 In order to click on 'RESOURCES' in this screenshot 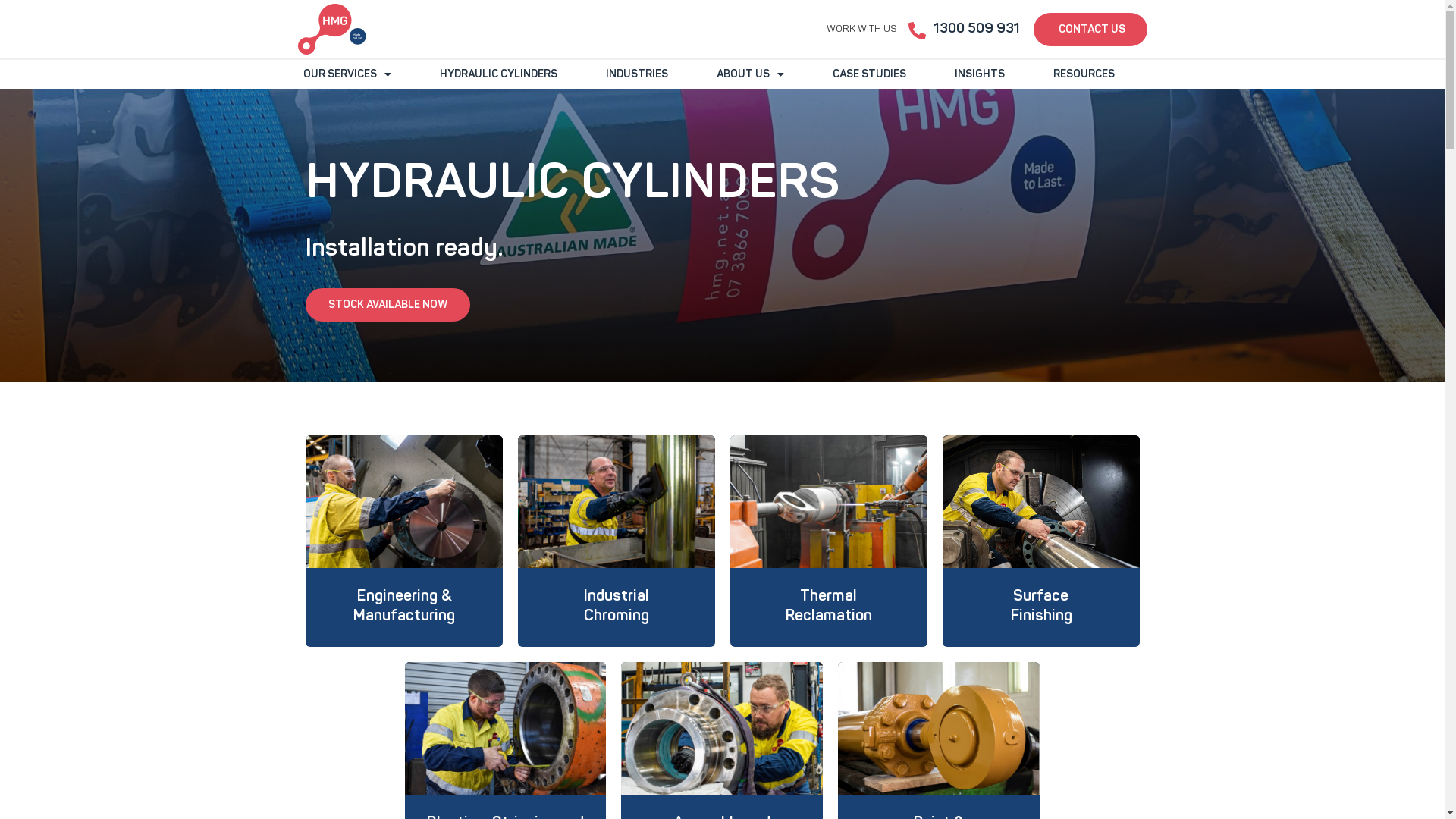, I will do `click(1083, 74)`.